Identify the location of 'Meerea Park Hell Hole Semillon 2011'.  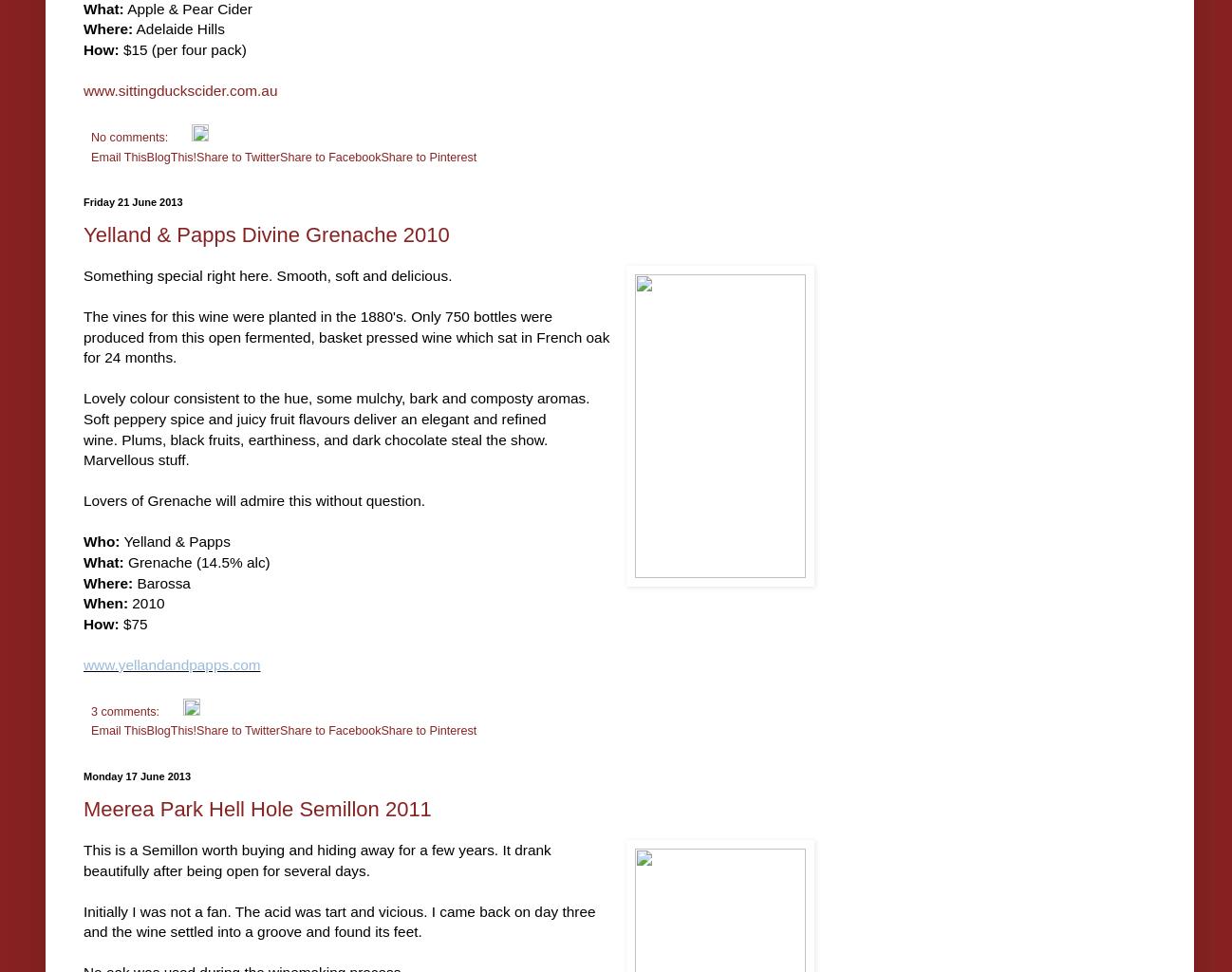
(256, 808).